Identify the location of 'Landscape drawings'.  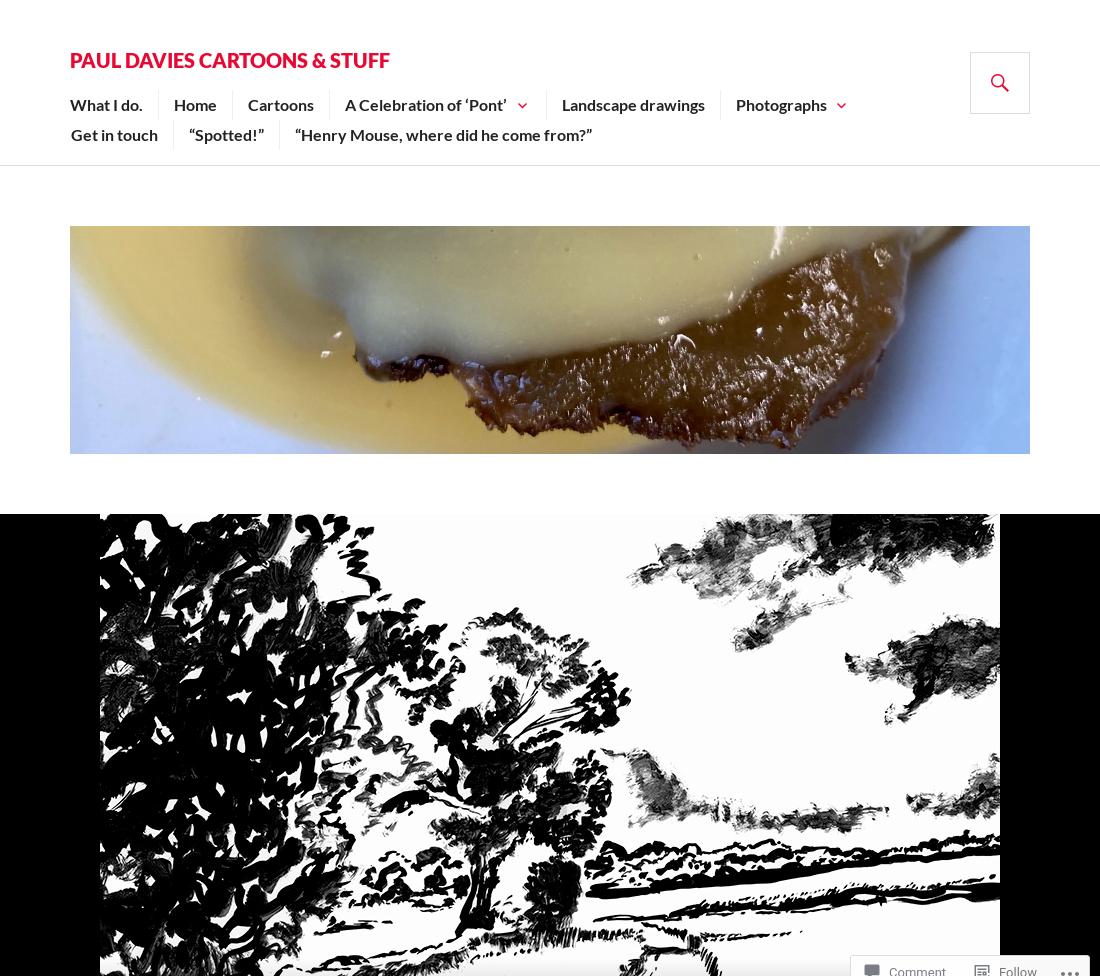
(632, 104).